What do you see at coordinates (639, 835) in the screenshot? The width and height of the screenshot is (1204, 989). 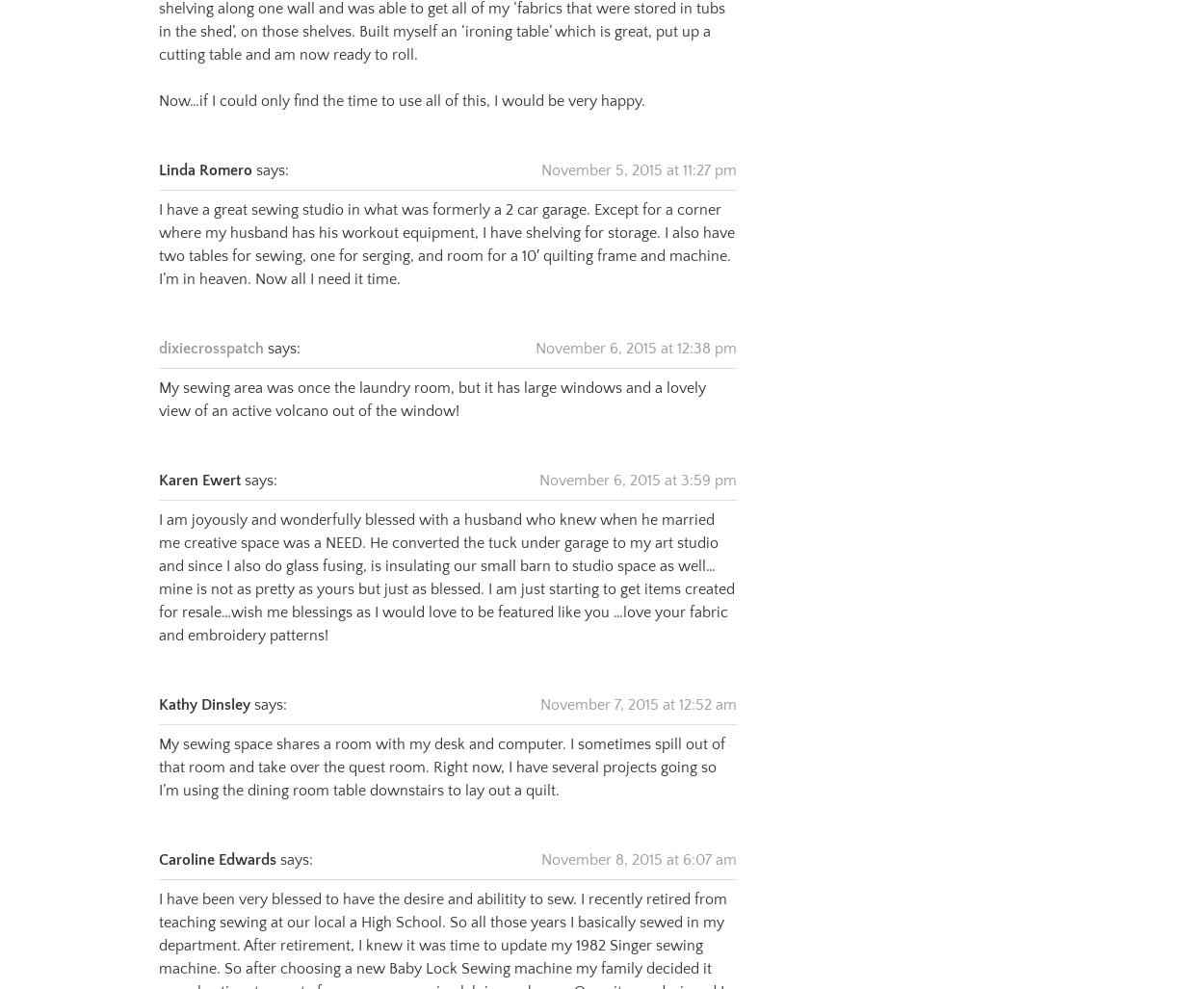 I see `'November 8, 2015 at 6:07 am'` at bounding box center [639, 835].